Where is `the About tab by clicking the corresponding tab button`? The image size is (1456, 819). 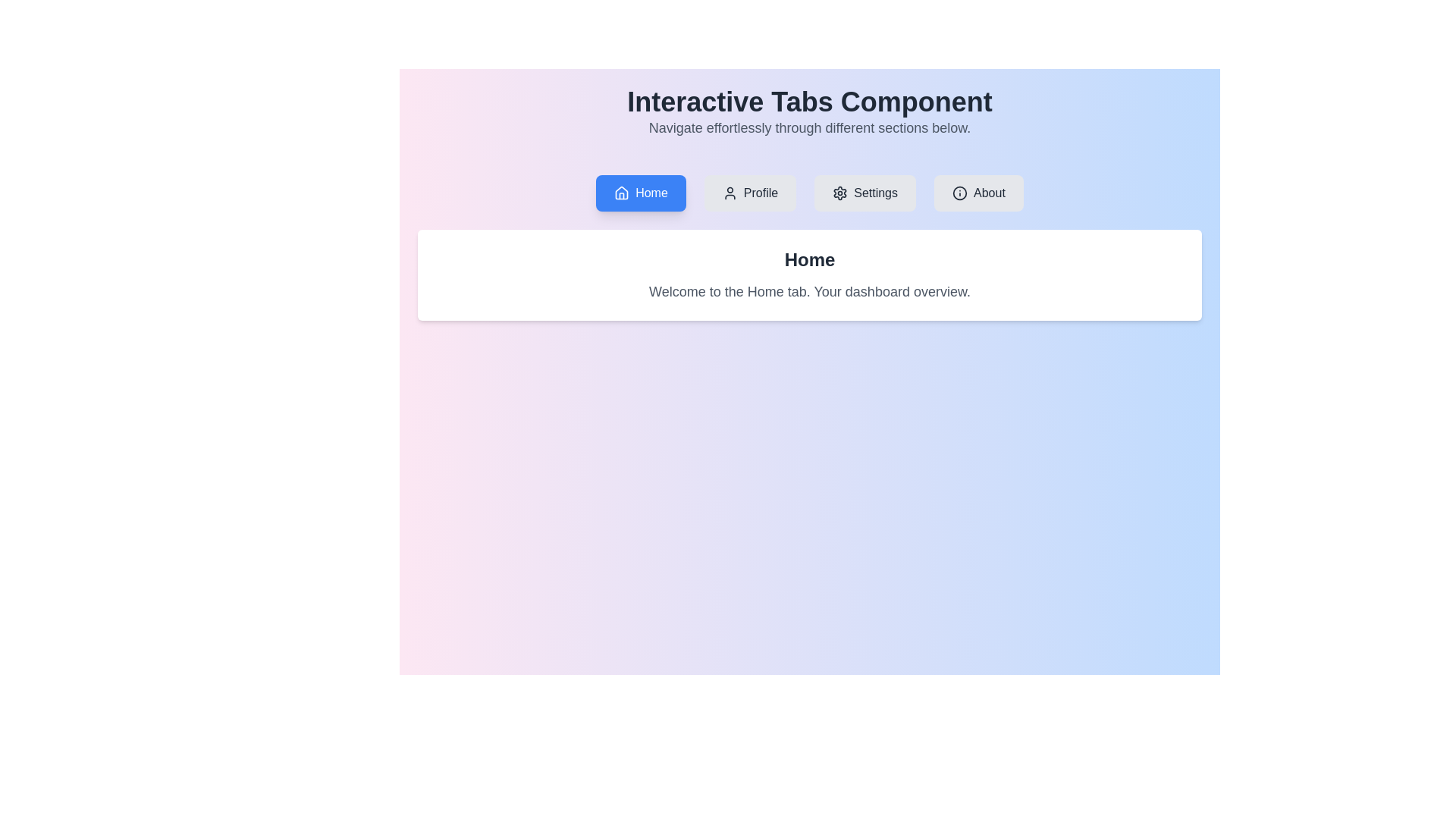
the About tab by clicking the corresponding tab button is located at coordinates (979, 192).